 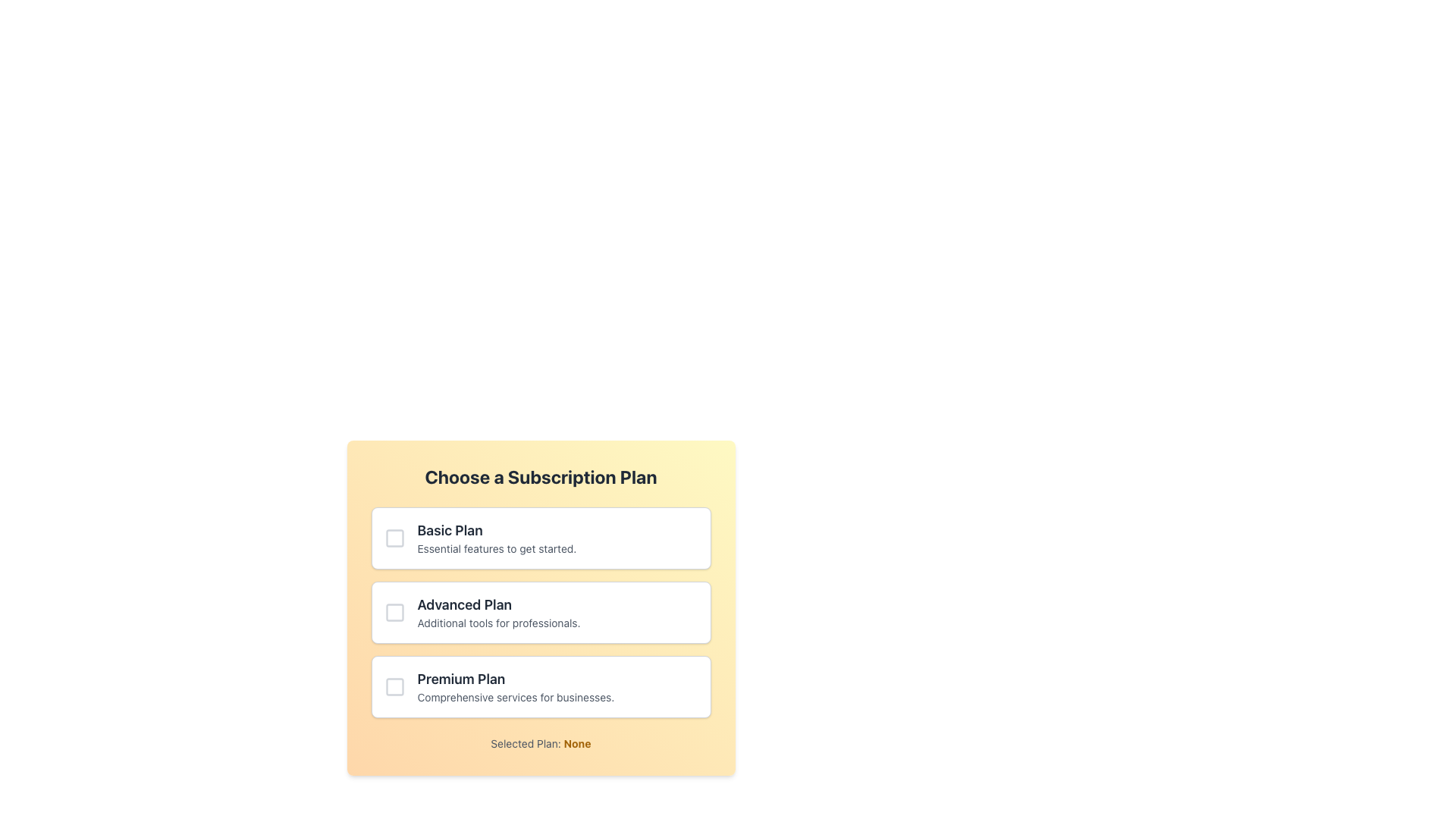 I want to click on informational content about the 'Basic Plan' subscription from the first Informational Text Block displayed below the heading 'Choose a Subscription Plan', so click(x=557, y=537).